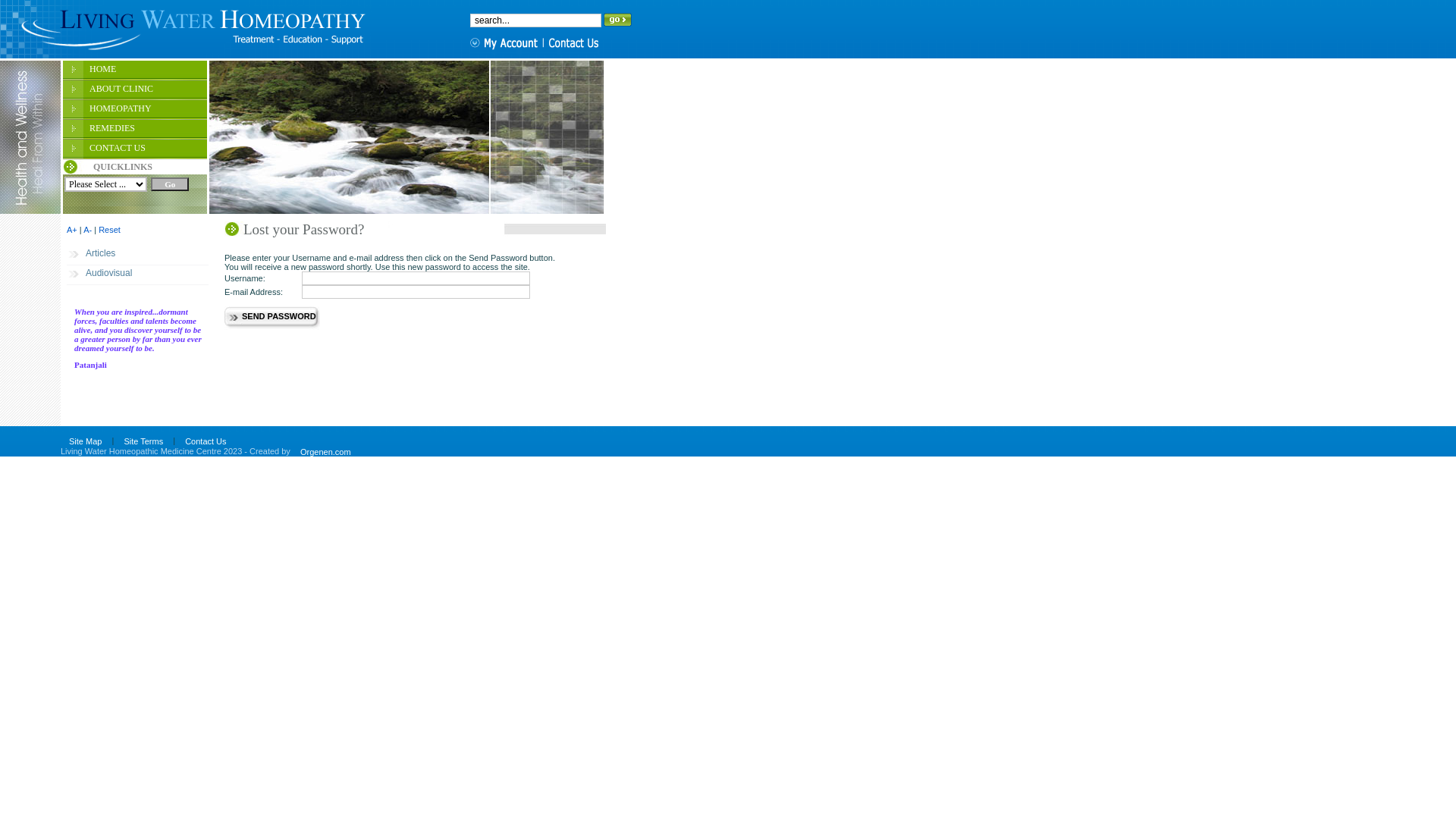  What do you see at coordinates (71, 230) in the screenshot?
I see `'A+'` at bounding box center [71, 230].